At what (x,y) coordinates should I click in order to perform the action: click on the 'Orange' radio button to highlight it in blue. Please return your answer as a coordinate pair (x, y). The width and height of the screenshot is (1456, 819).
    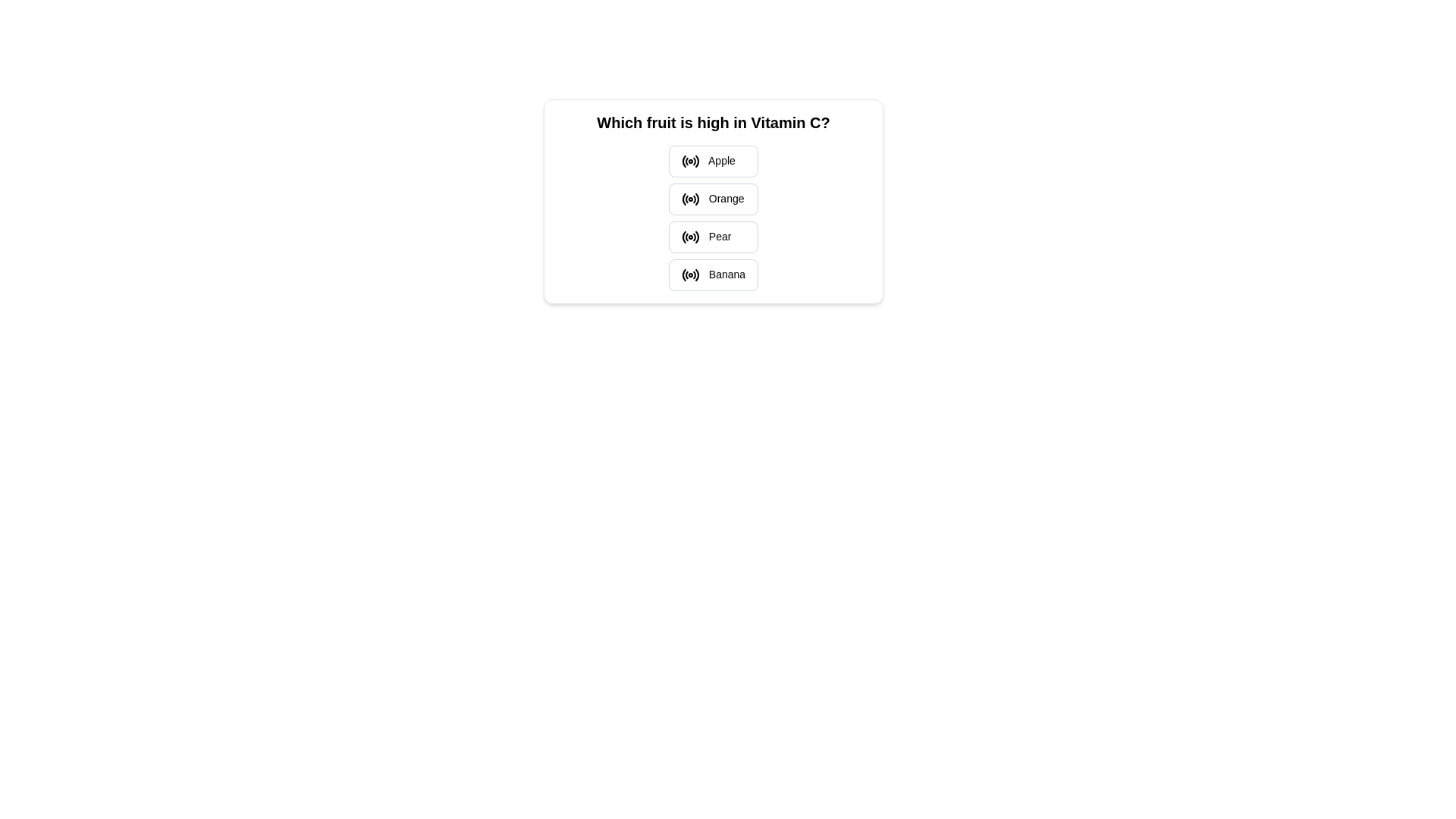
    Looking at the image, I should click on (712, 198).